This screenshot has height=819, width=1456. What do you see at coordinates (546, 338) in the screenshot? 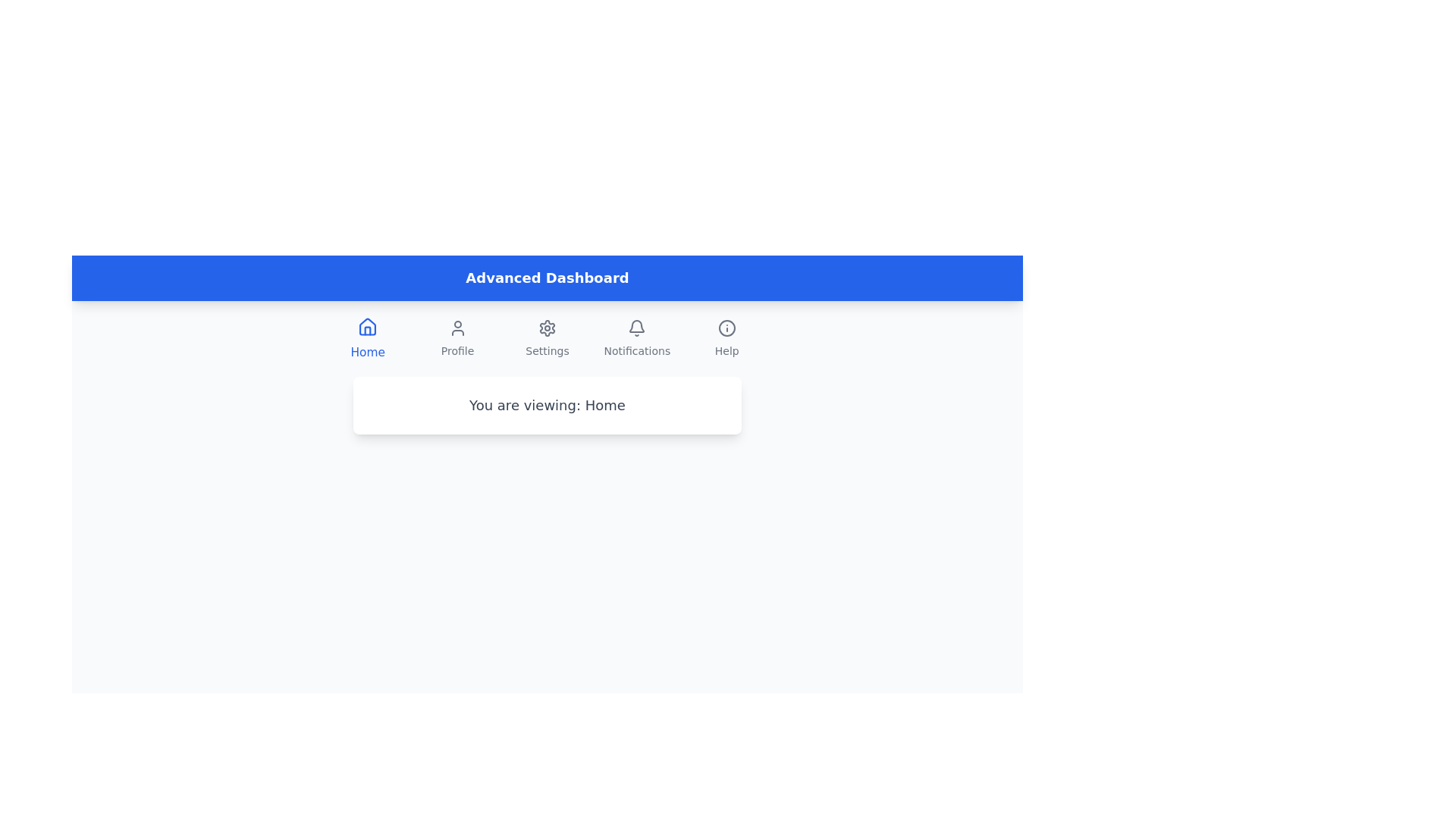
I see `the 'Settings' option in the navigation bar` at bounding box center [546, 338].